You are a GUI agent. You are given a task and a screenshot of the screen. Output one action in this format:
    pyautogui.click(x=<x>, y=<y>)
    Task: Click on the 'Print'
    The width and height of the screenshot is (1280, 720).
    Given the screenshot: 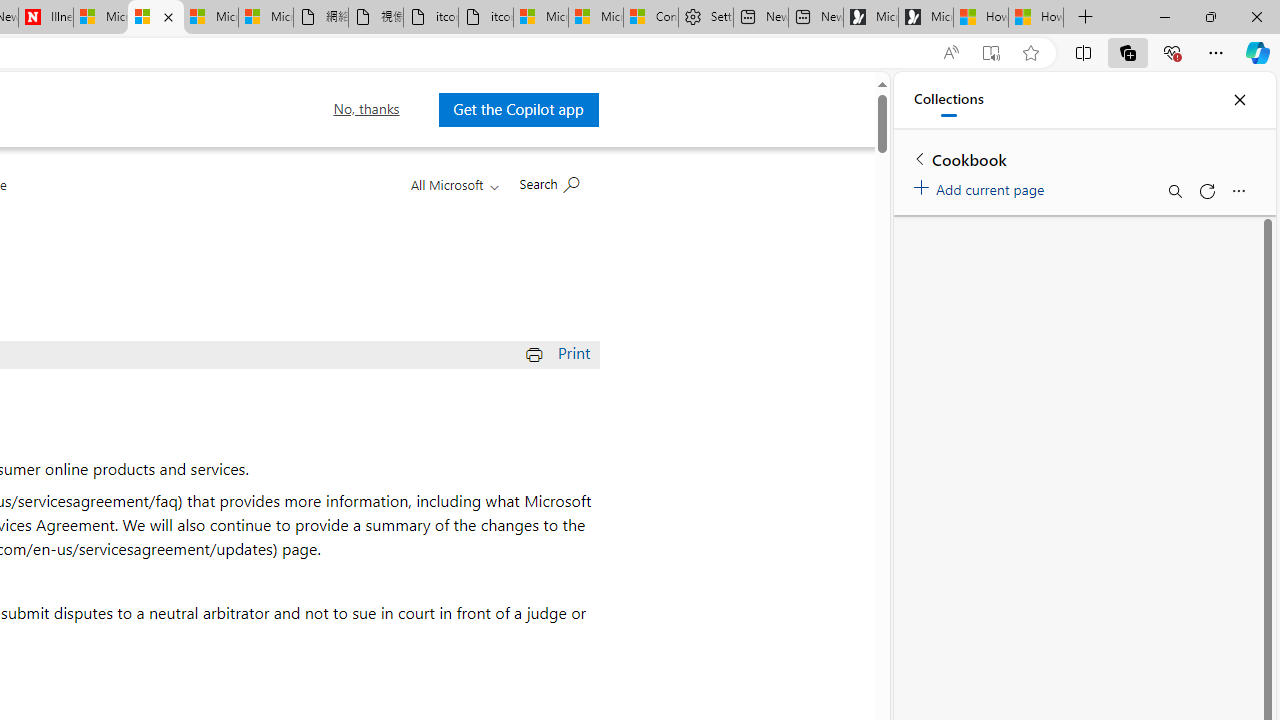 What is the action you would take?
    pyautogui.click(x=560, y=351)
    